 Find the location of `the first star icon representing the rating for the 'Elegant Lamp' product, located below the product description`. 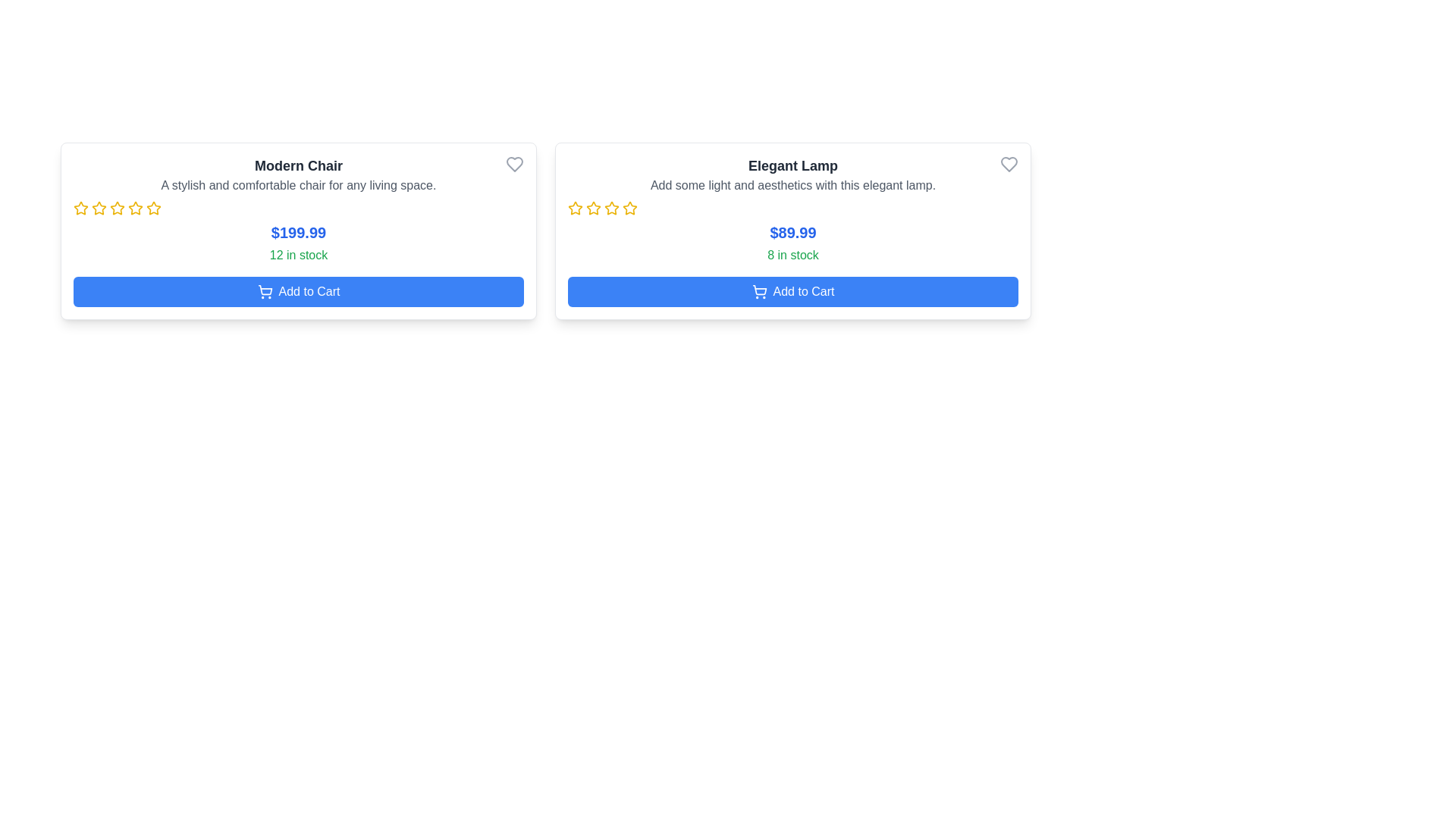

the first star icon representing the rating for the 'Elegant Lamp' product, located below the product description is located at coordinates (574, 208).